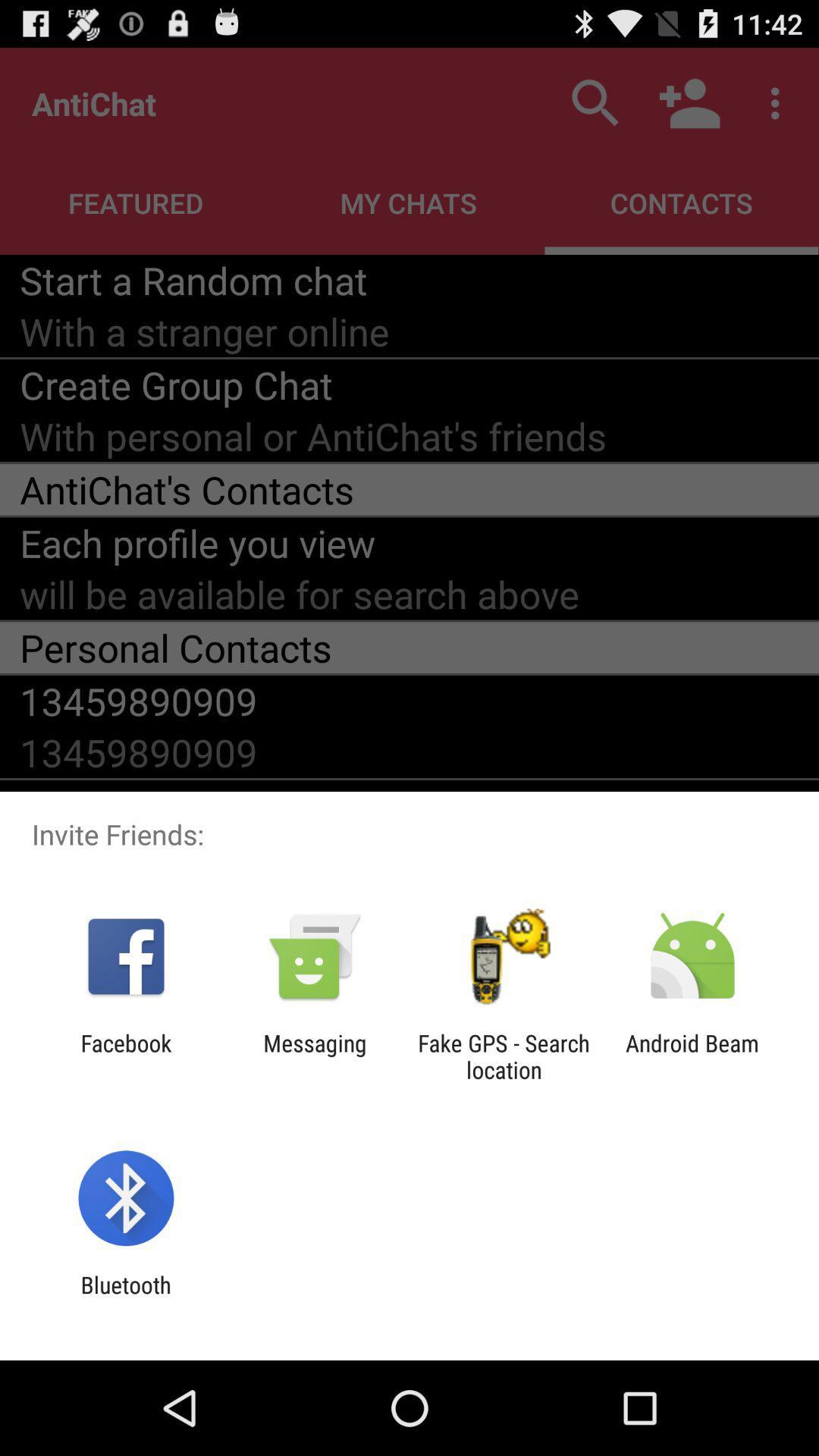 This screenshot has height=1456, width=819. I want to click on app to the right of the messaging item, so click(504, 1056).